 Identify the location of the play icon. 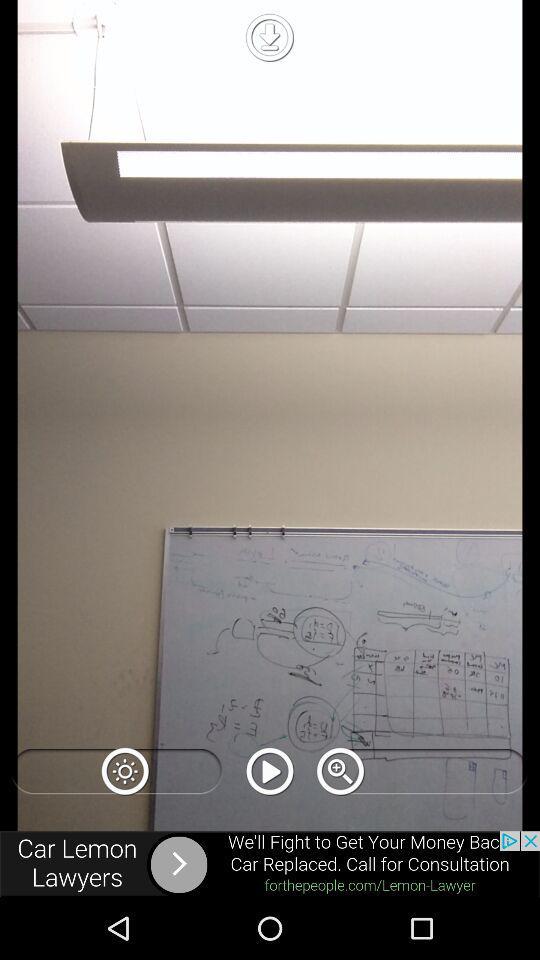
(270, 770).